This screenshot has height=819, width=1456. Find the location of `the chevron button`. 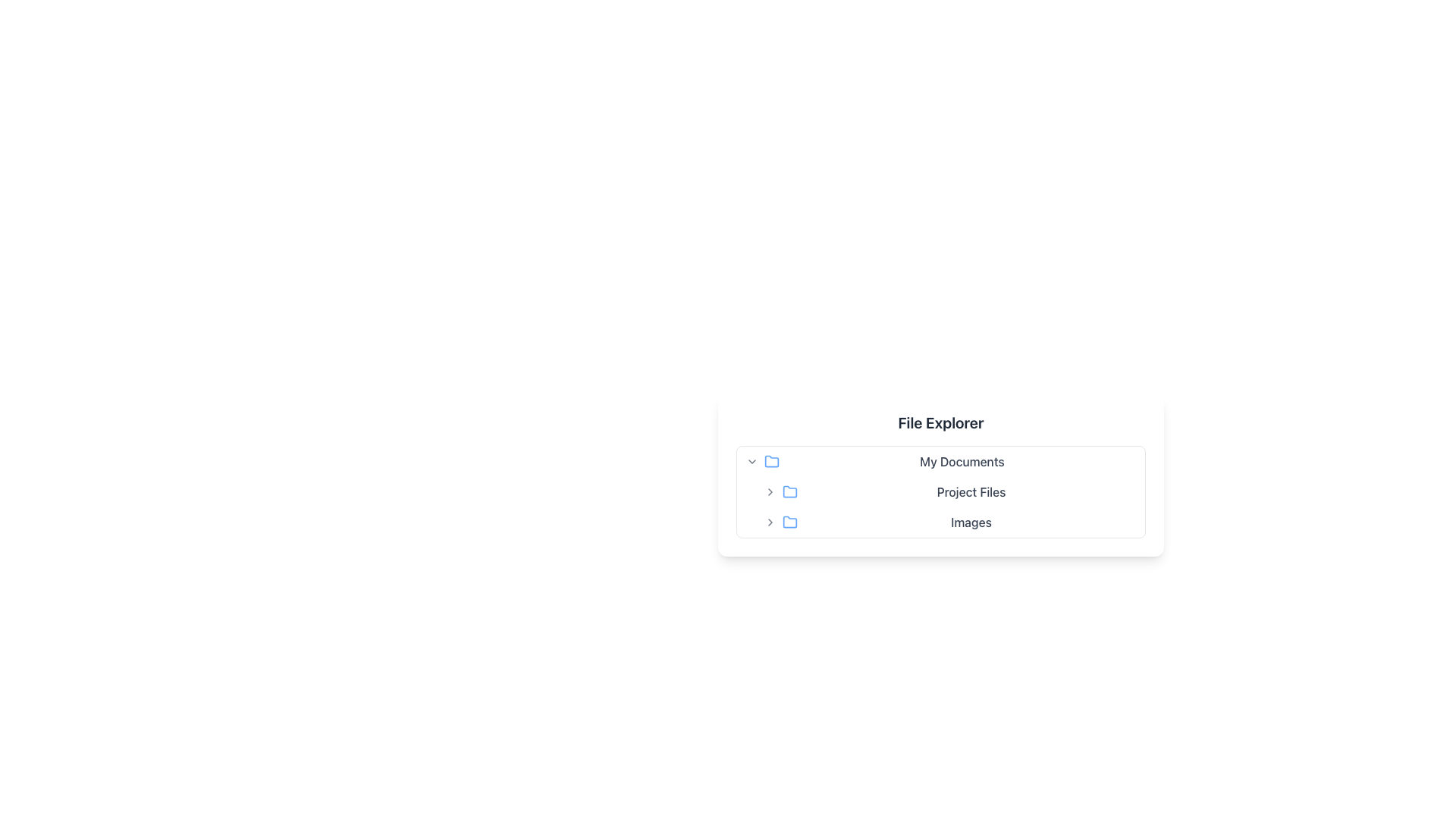

the chevron button is located at coordinates (770, 522).